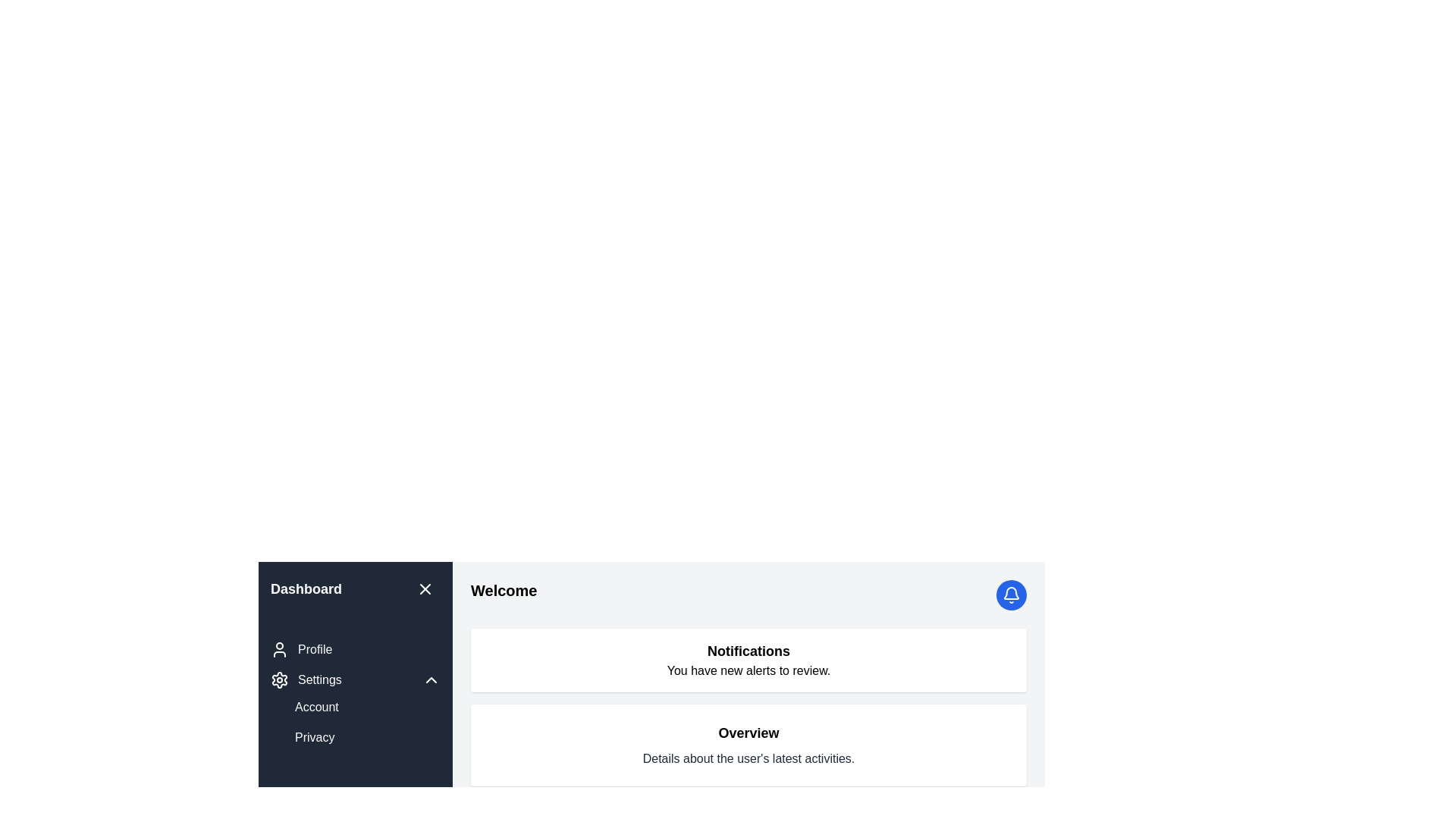  Describe the element at coordinates (313, 736) in the screenshot. I see `the navigation menu button located in the 'Account' section` at that location.